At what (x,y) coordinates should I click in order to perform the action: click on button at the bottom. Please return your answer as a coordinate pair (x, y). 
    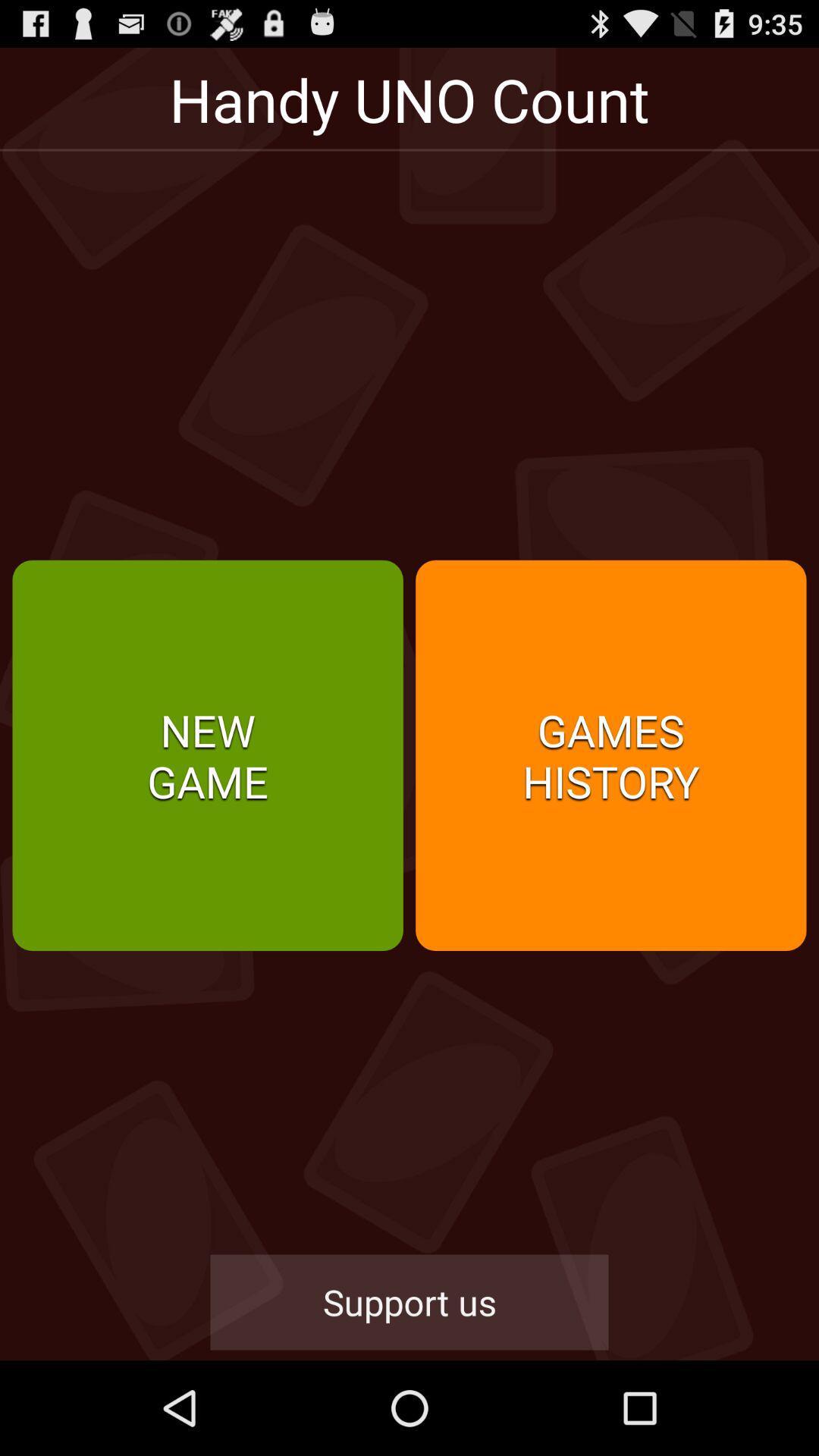
    Looking at the image, I should click on (409, 1301).